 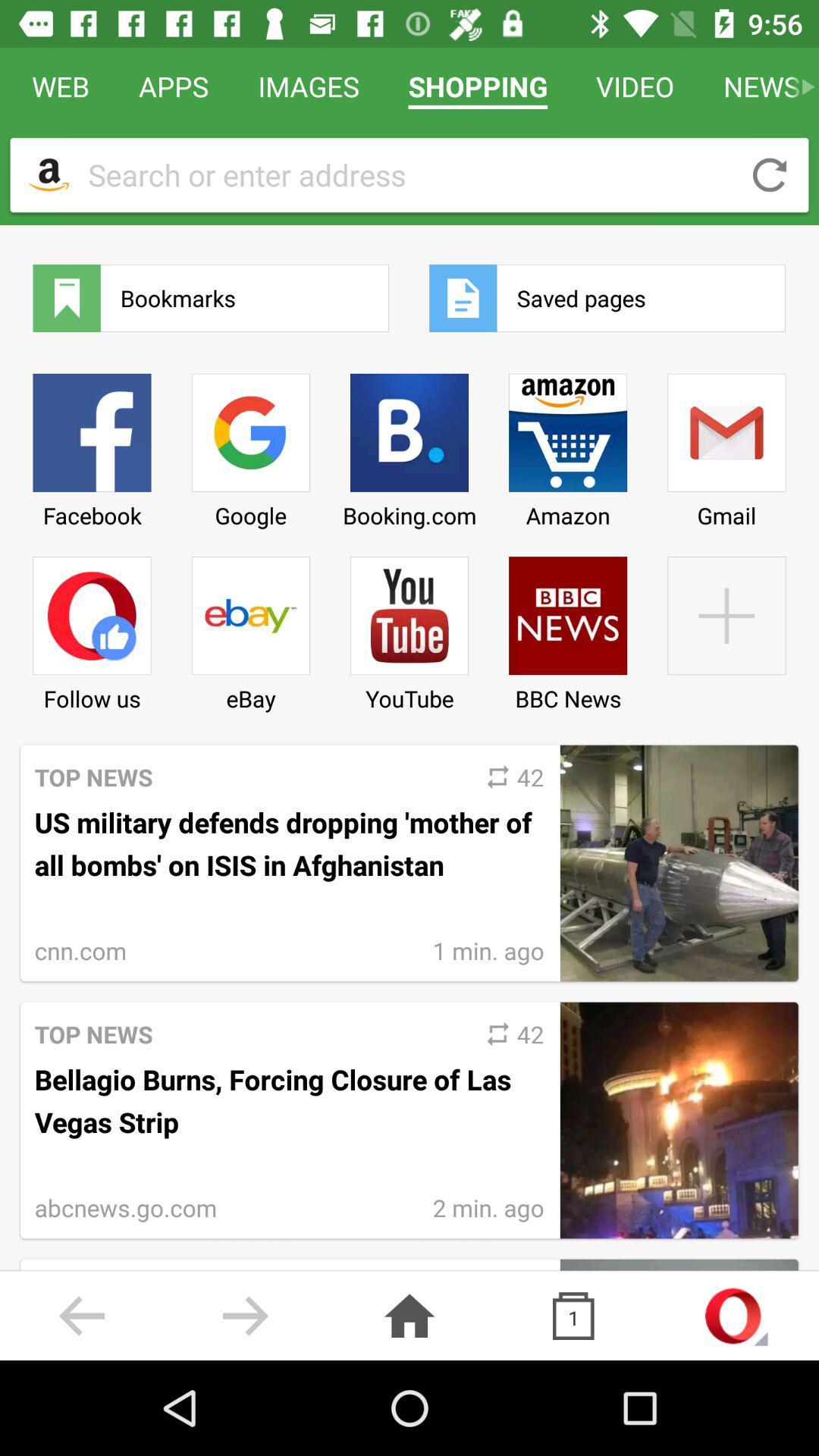 I want to click on icon to the right of the facebook item, so click(x=249, y=444).